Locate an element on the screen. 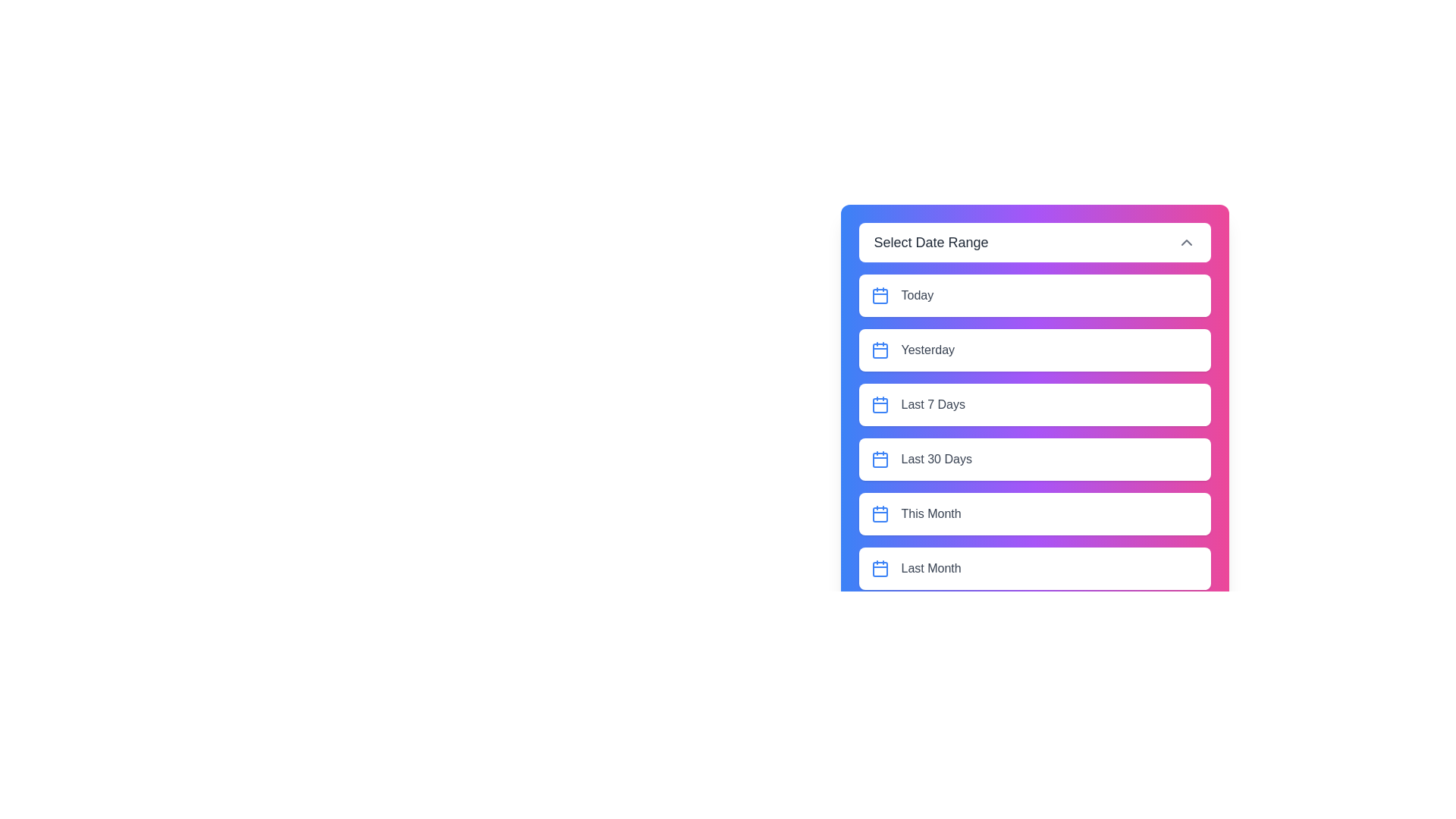  the date range option This Month from the list is located at coordinates (1034, 513).